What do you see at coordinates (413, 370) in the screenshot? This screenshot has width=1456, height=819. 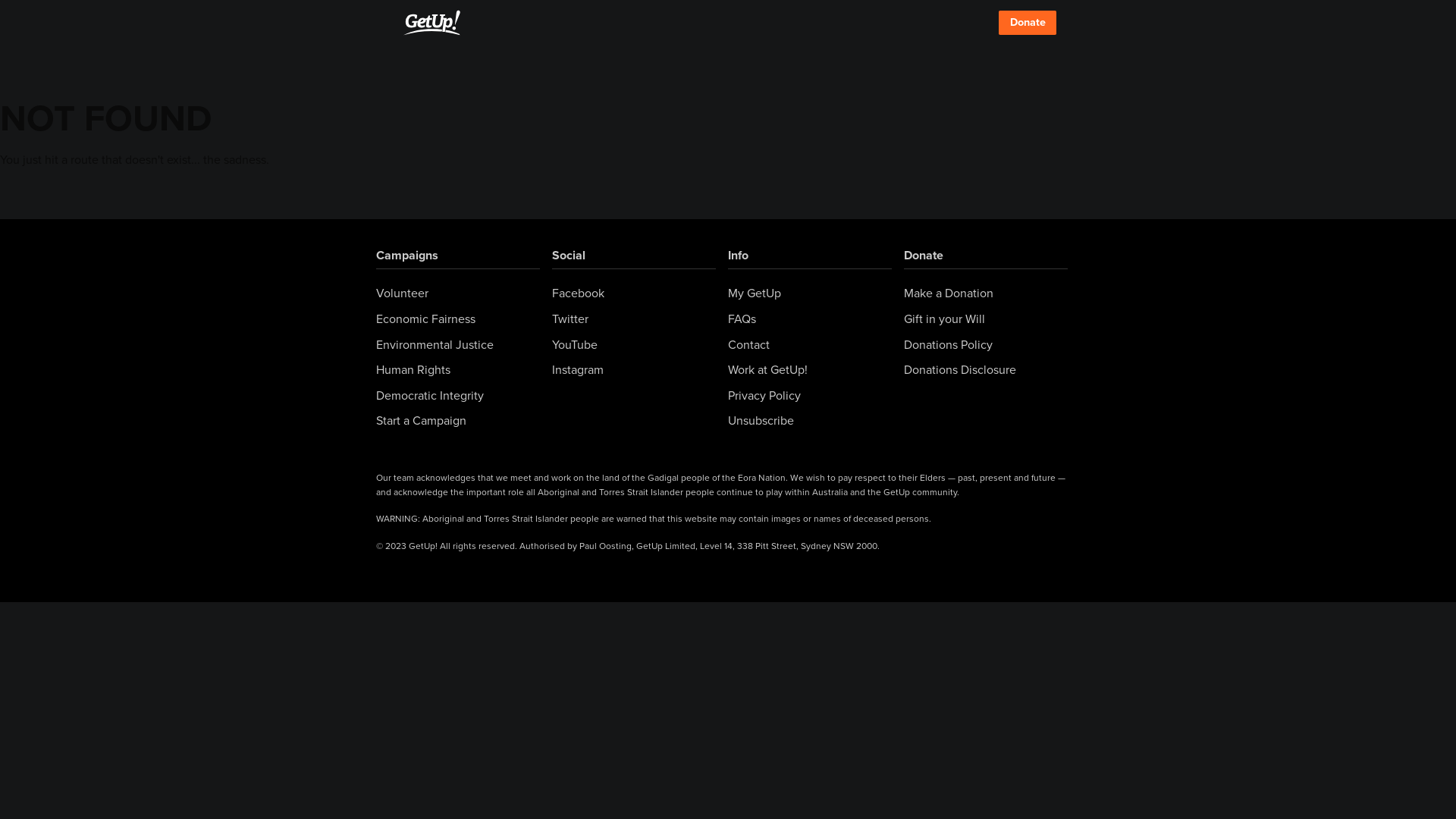 I see `'Human Rights'` at bounding box center [413, 370].